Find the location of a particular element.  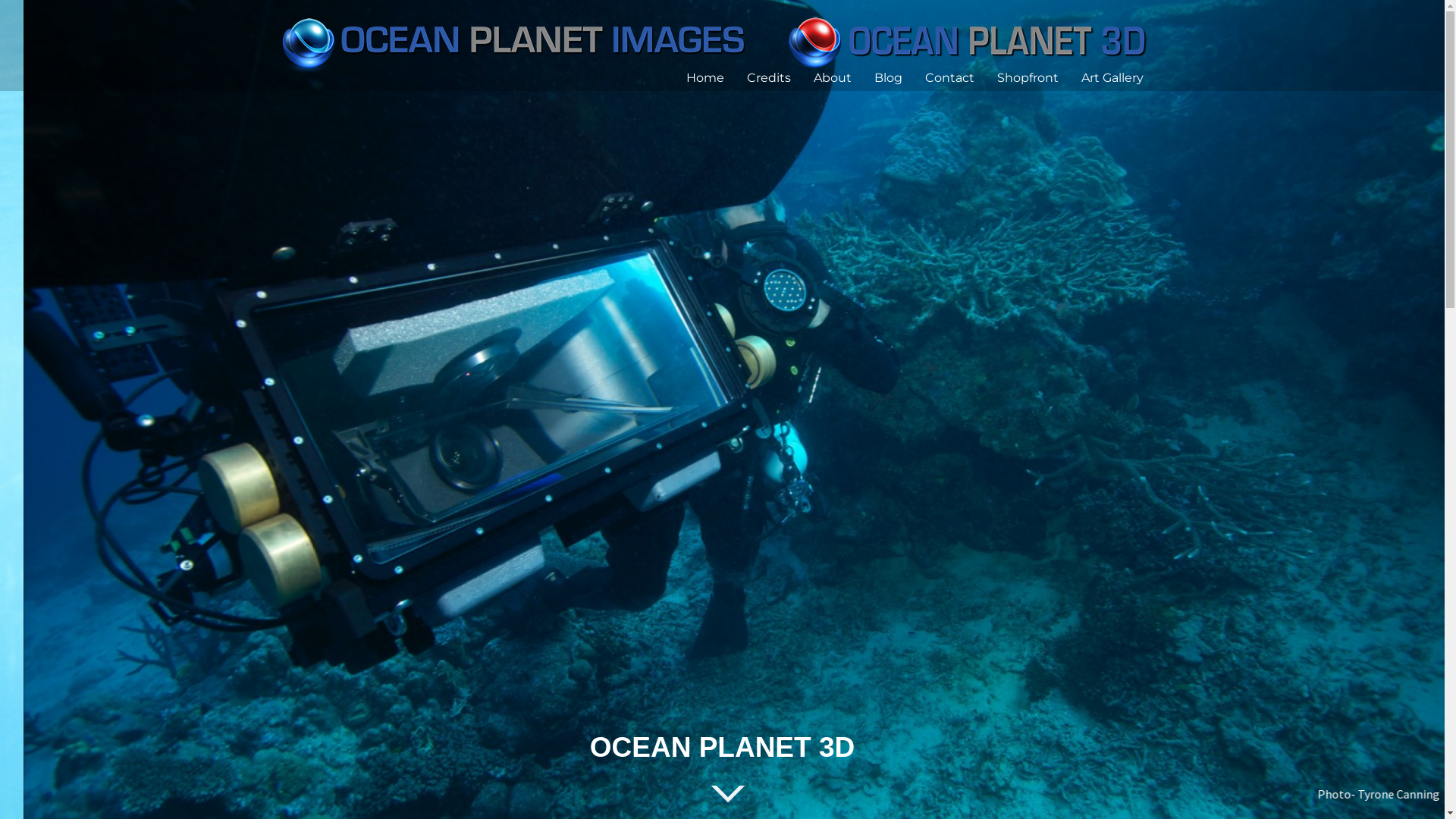

'Blog' is located at coordinates (874, 77).